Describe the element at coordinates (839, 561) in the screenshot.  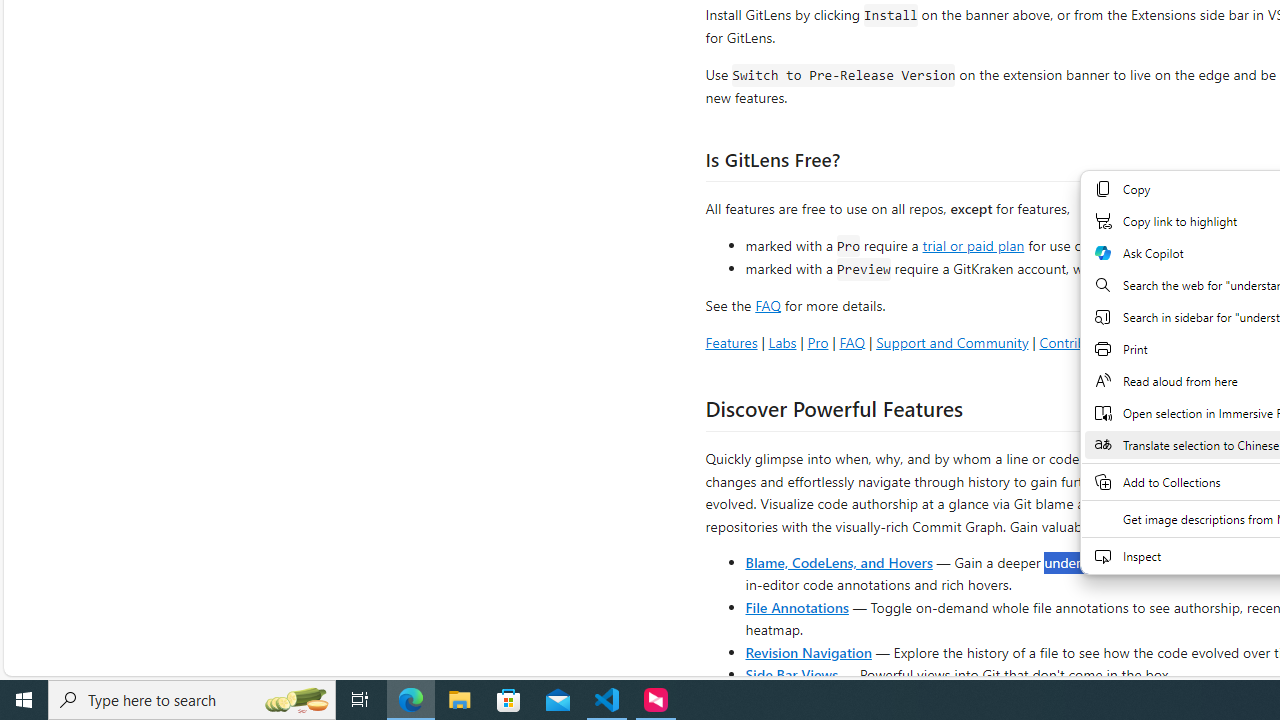
I see `'Blame, CodeLens, and Hovers'` at that location.